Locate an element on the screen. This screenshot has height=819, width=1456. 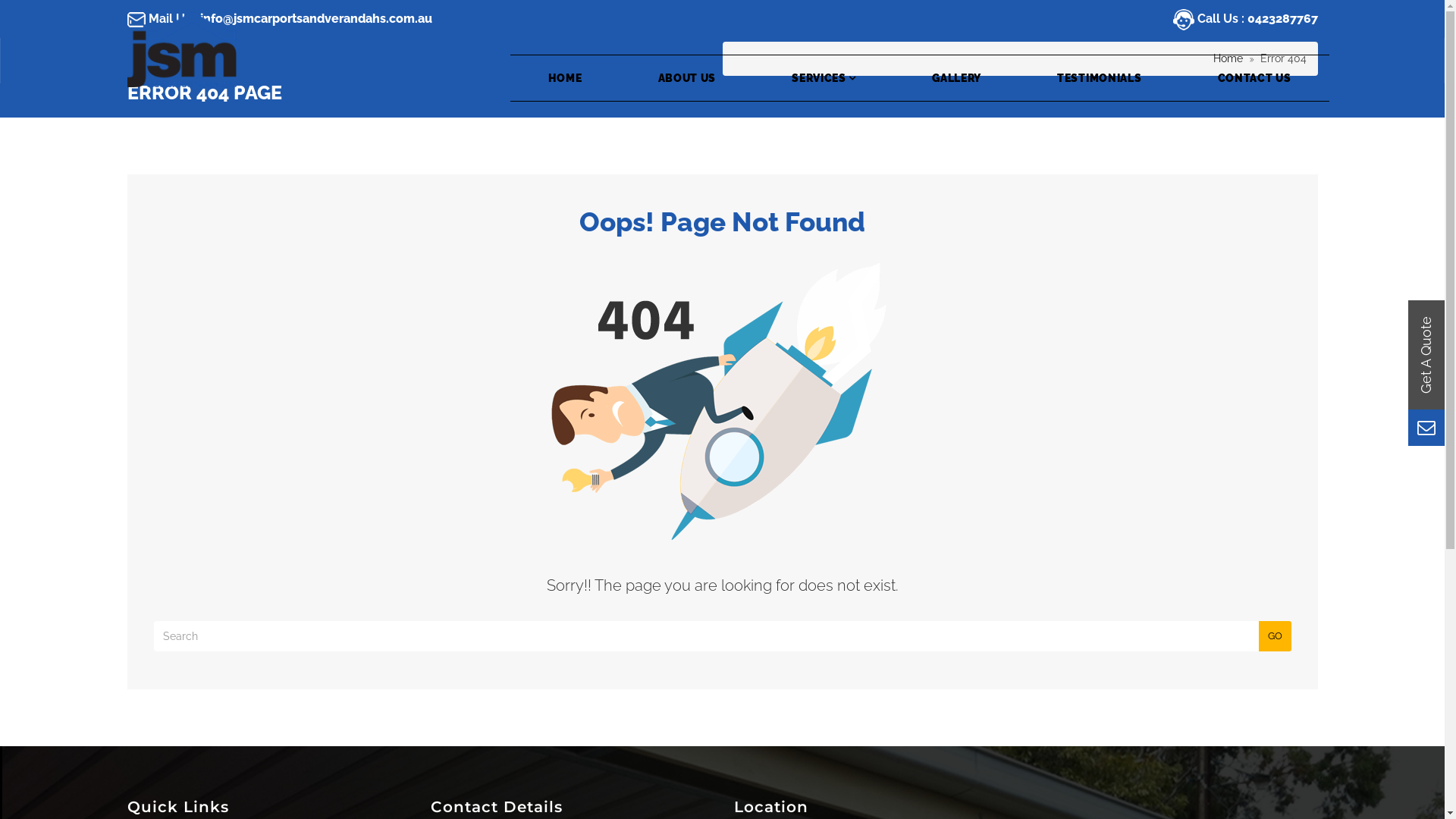
'Home' is located at coordinates (1228, 58).